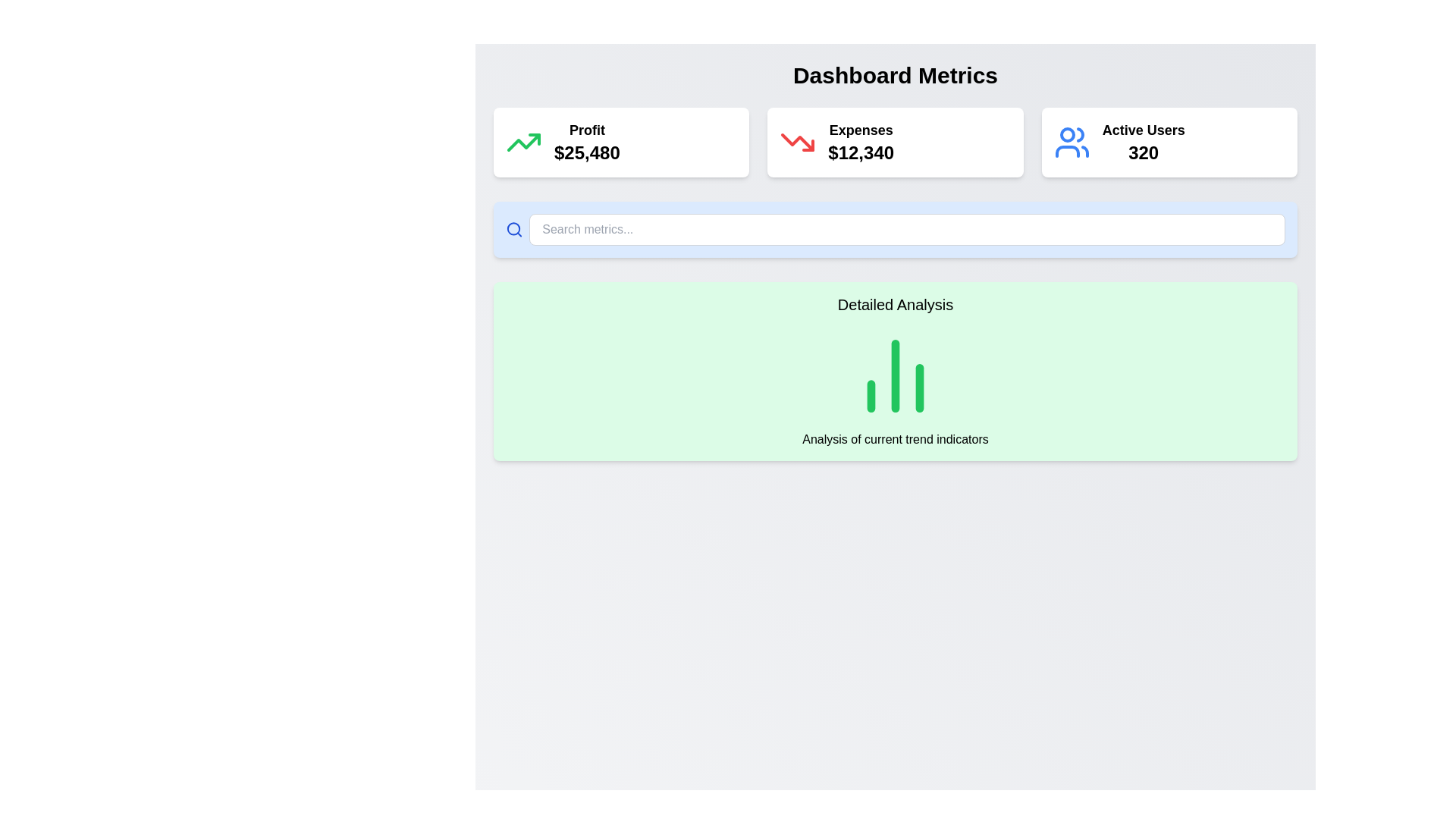 This screenshot has height=819, width=1456. What do you see at coordinates (861, 130) in the screenshot?
I see `the 'Expenses' text label that serves as a title for the expenses metric, located in the middle section of a horizontal row at the top of the interface, above the numeric content '$12,340'` at bounding box center [861, 130].